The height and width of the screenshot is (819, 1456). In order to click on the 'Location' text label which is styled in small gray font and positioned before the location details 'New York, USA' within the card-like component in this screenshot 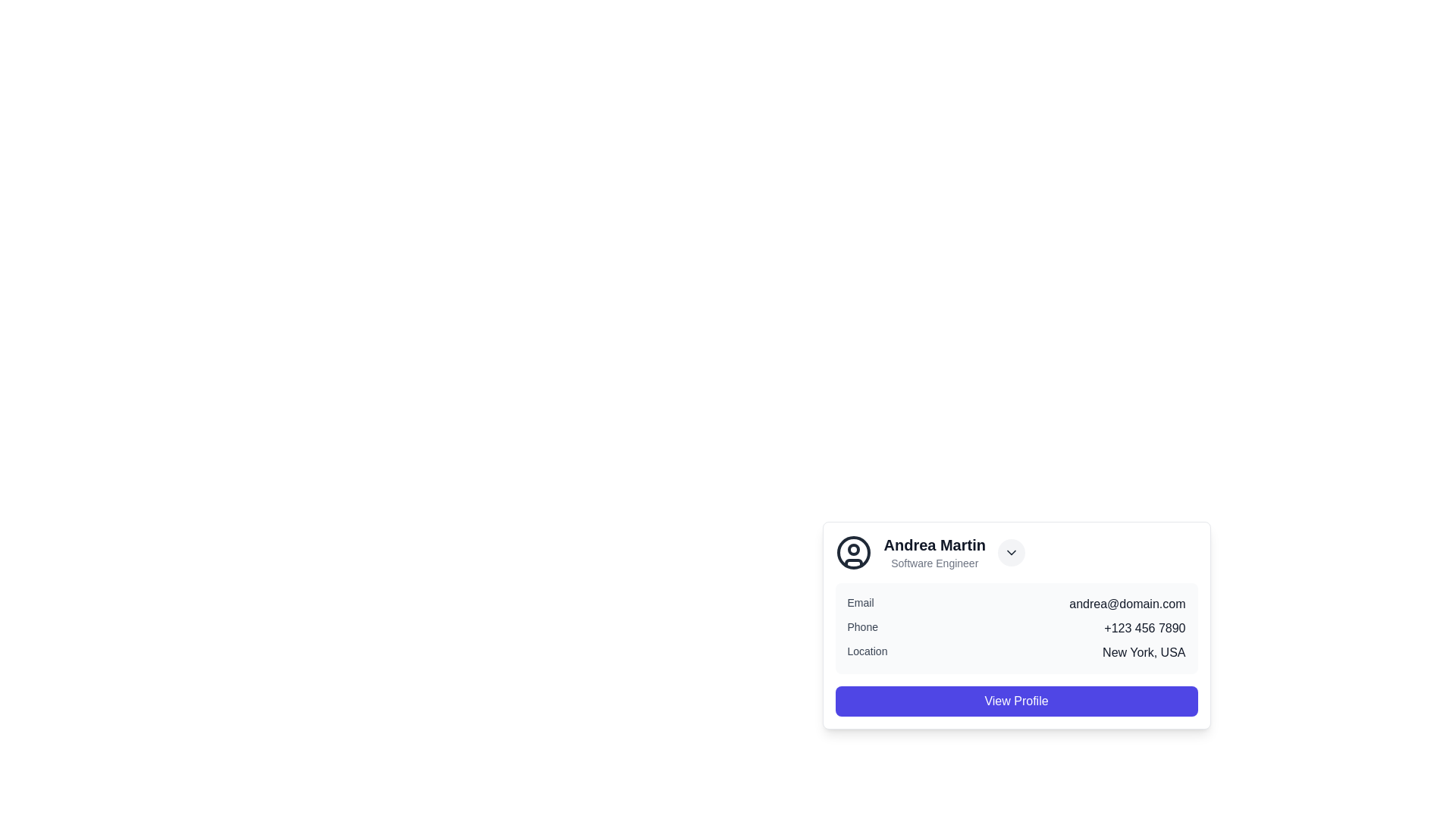, I will do `click(867, 651)`.